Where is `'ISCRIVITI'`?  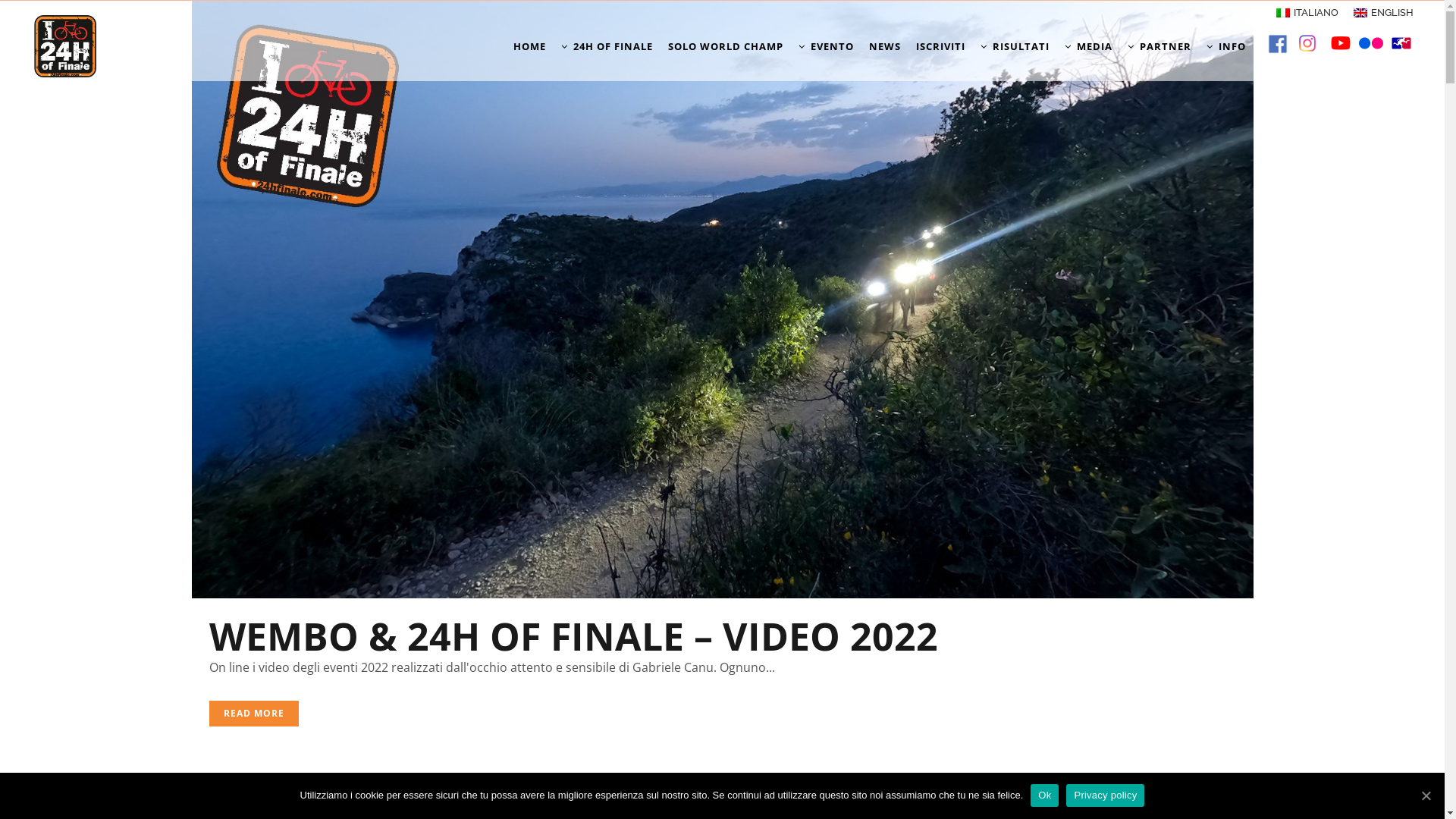 'ISCRIVITI' is located at coordinates (908, 45).